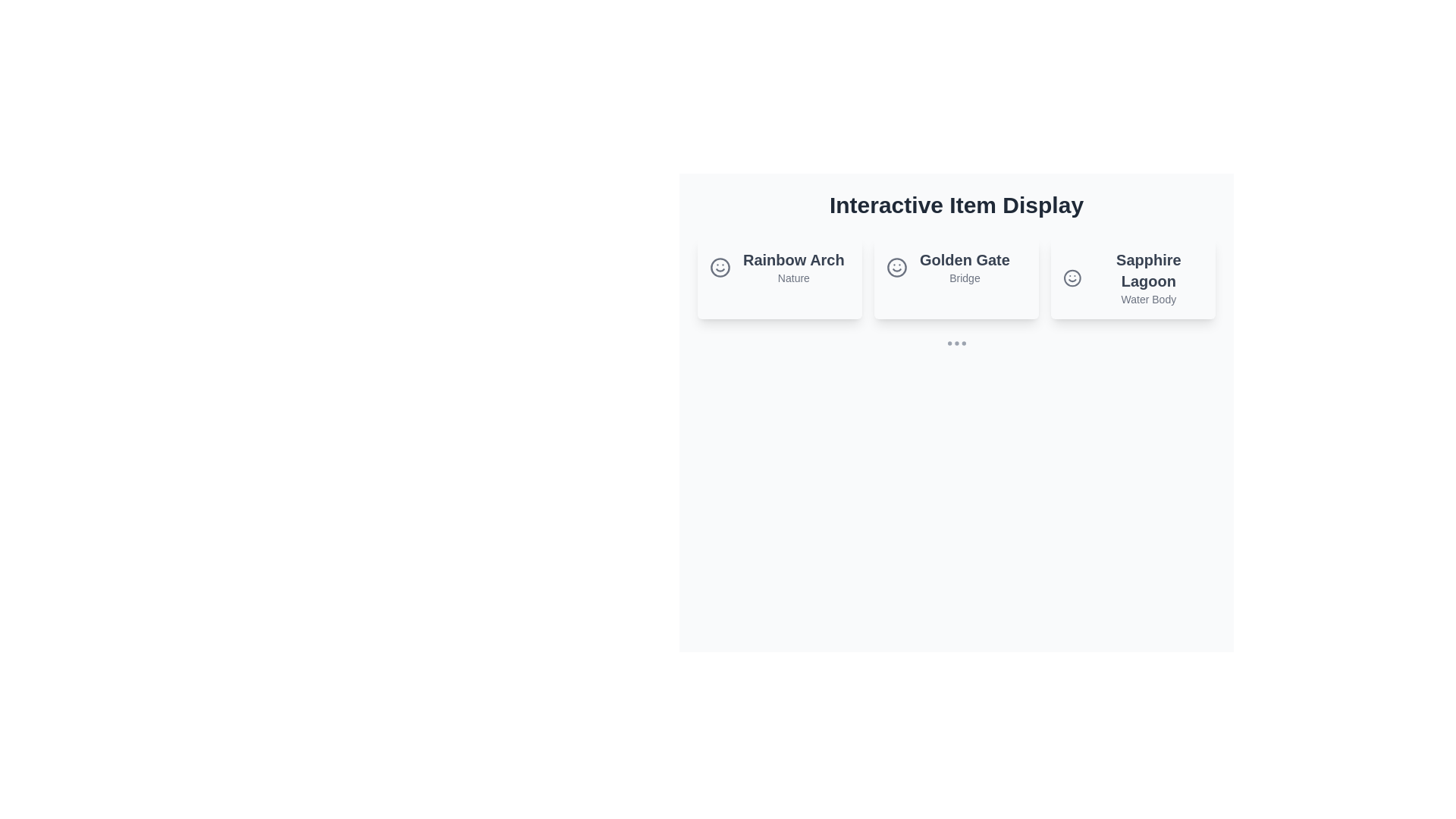 This screenshot has width=1456, height=819. I want to click on the 'Golden Gate' button, which is a rectangular card with a shadowed rounded border displaying the text 'Golden Gate' in bold and 'Bridge' in smaller gray font, located in the middle column of a grid layout, so click(955, 278).